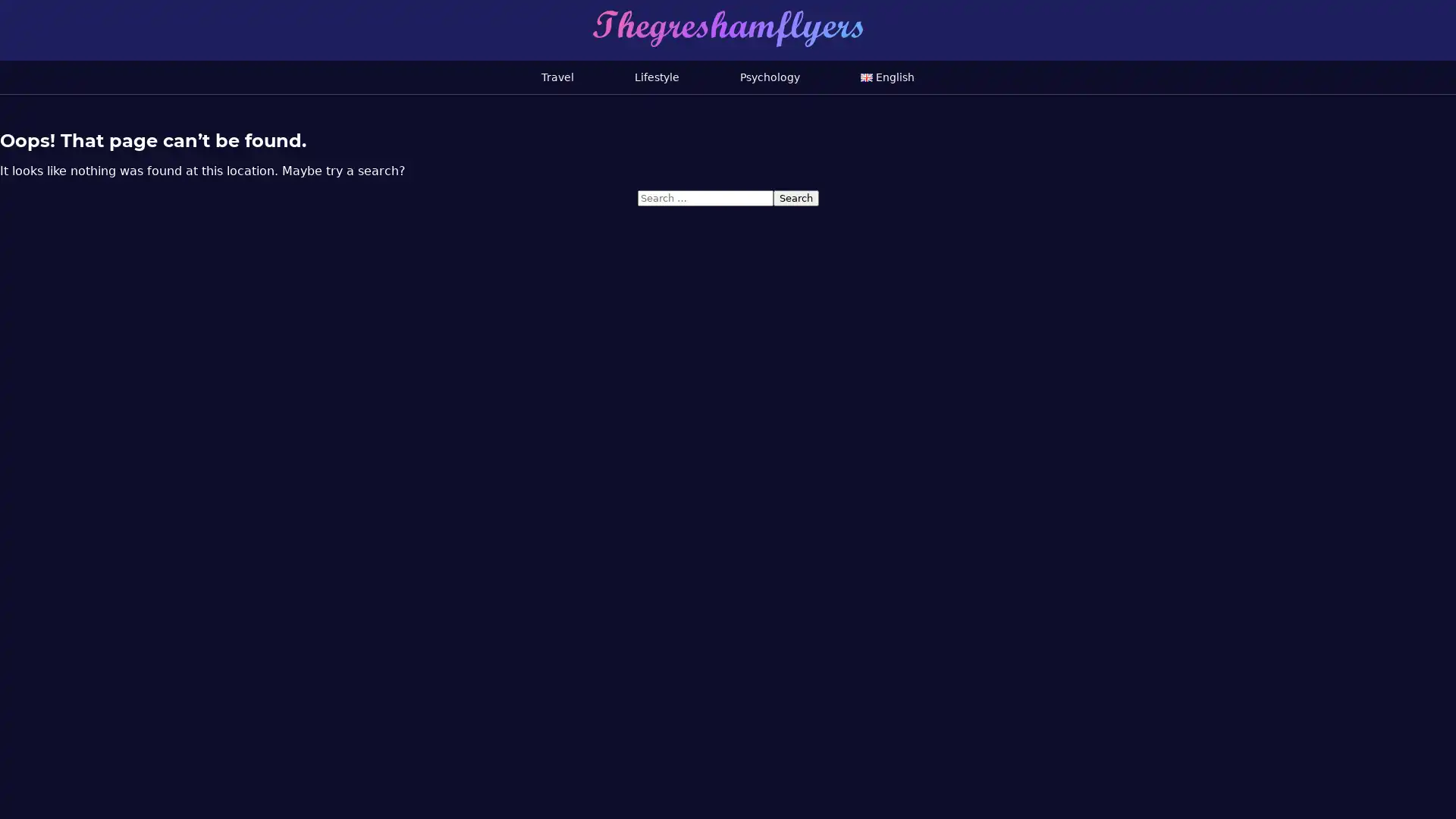  I want to click on Search, so click(795, 197).